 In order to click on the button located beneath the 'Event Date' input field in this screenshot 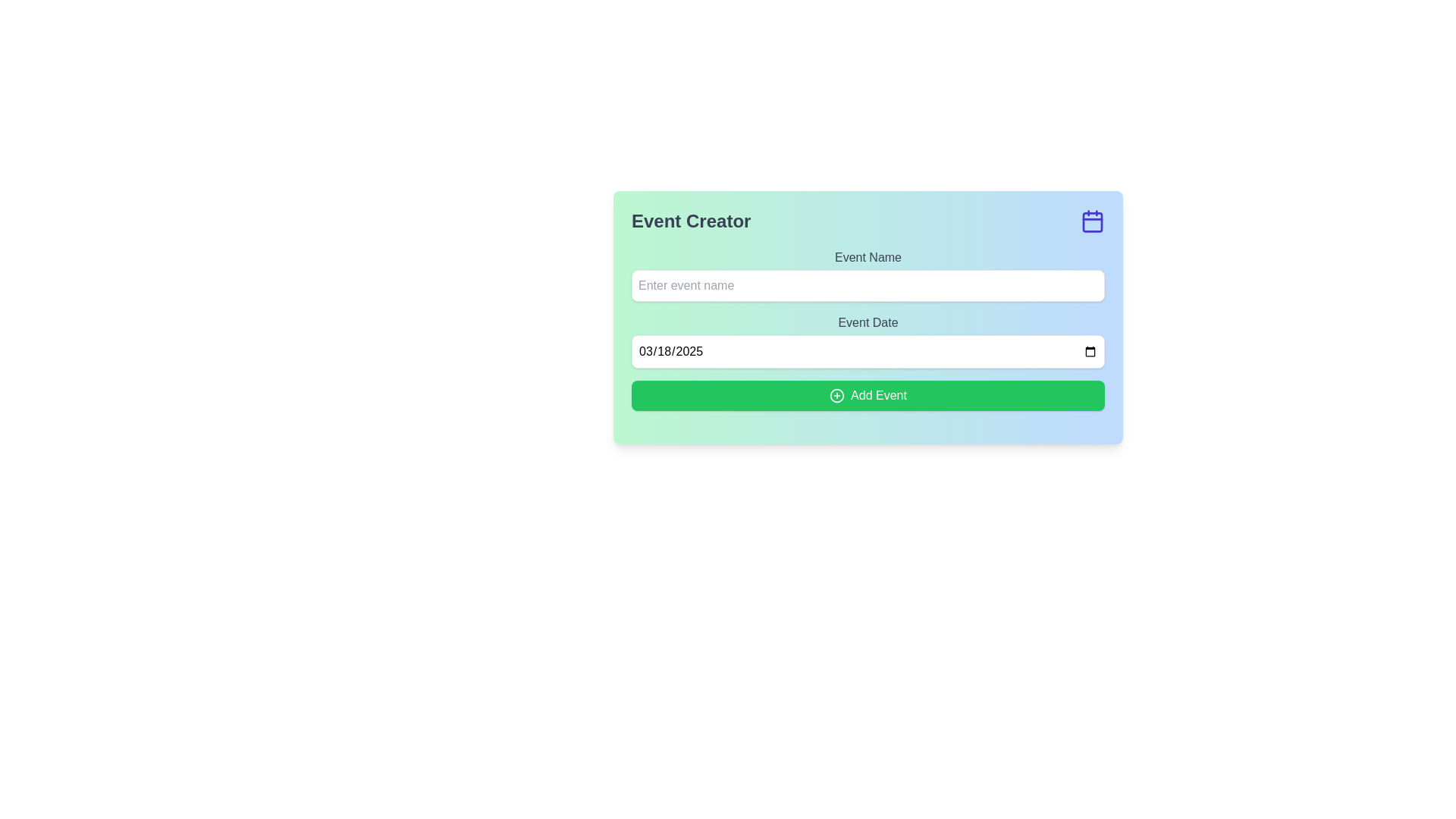, I will do `click(868, 394)`.